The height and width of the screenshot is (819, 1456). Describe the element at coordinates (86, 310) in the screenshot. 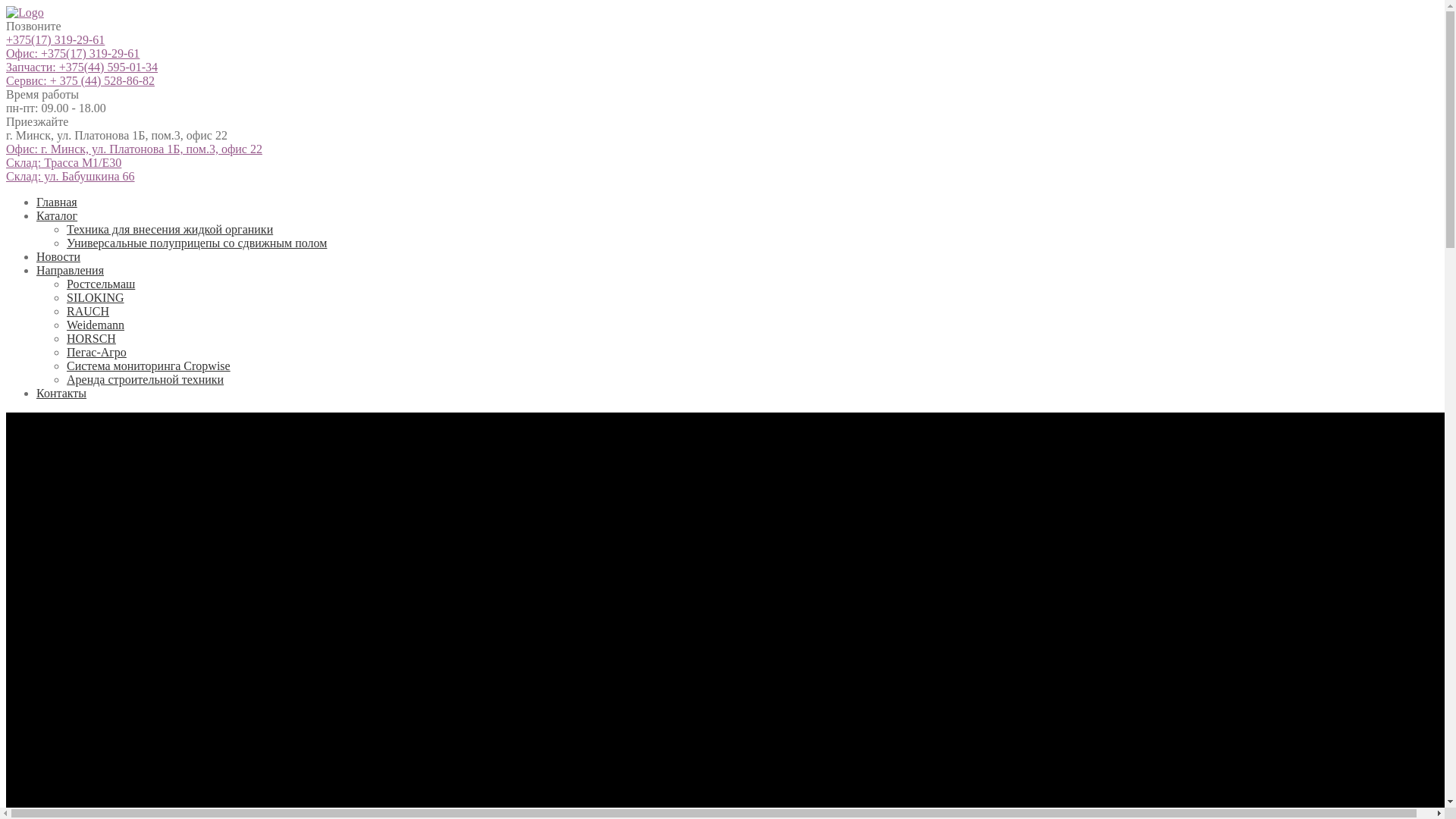

I see `'RAUCH'` at that location.